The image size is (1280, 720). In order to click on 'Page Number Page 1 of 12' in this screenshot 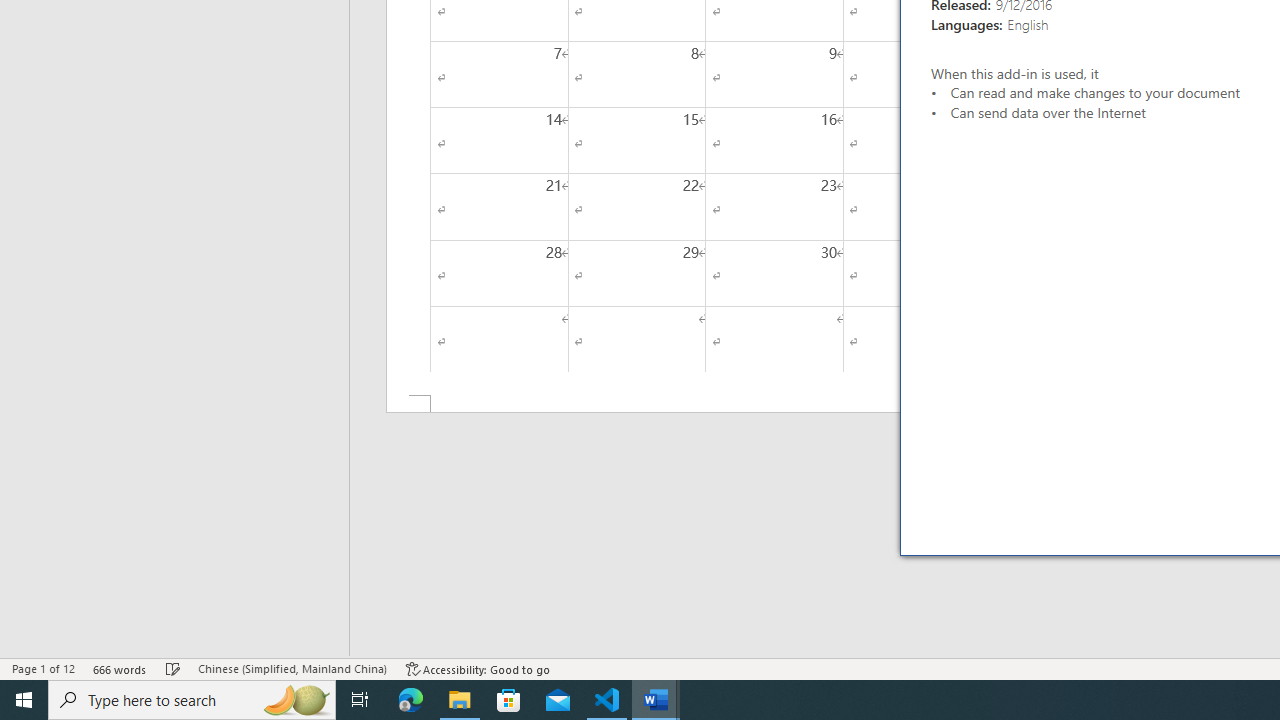, I will do `click(43, 669)`.